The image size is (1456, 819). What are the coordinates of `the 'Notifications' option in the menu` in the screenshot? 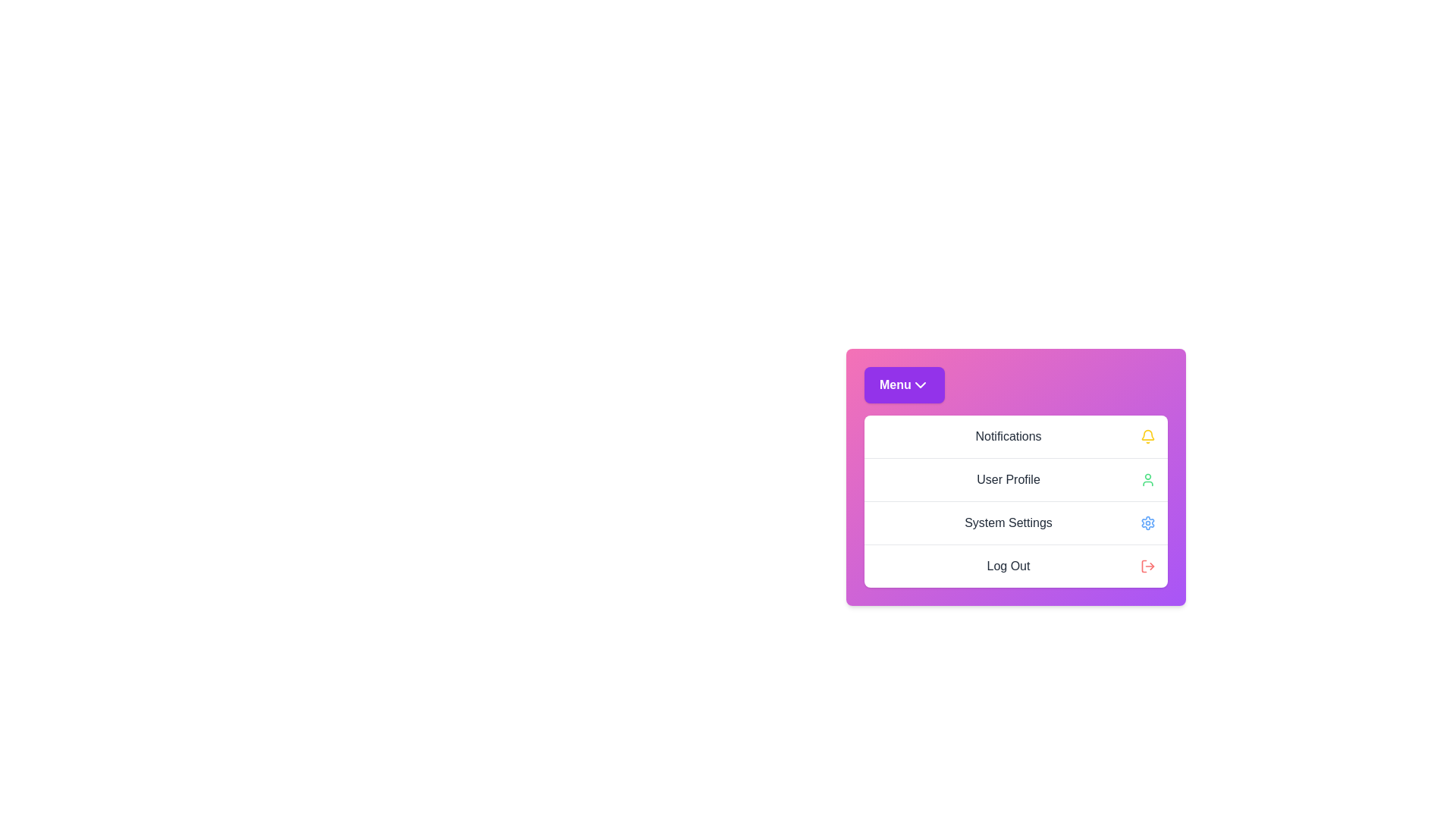 It's located at (1015, 436).